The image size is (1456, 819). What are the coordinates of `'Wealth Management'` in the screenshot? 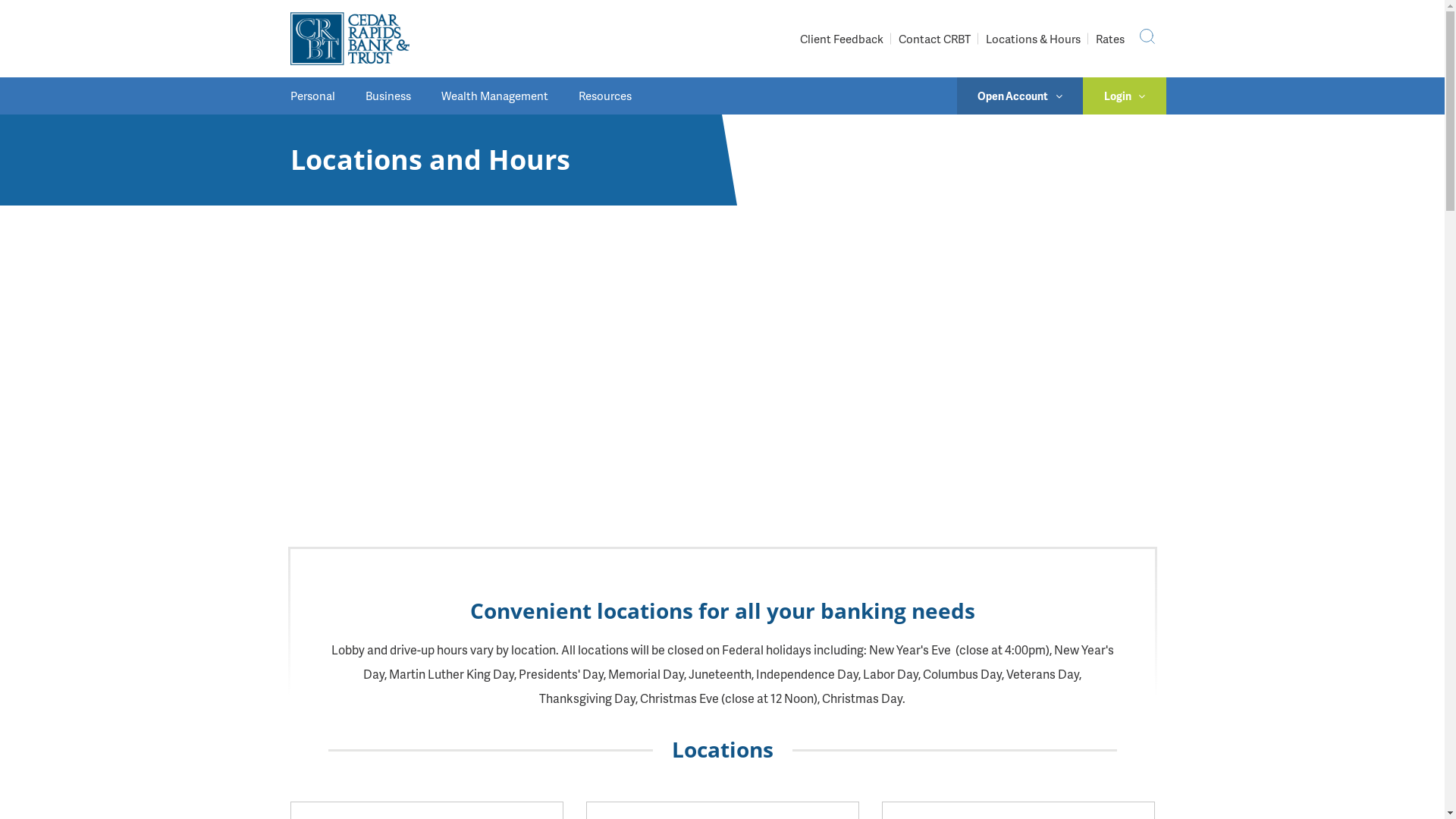 It's located at (494, 96).